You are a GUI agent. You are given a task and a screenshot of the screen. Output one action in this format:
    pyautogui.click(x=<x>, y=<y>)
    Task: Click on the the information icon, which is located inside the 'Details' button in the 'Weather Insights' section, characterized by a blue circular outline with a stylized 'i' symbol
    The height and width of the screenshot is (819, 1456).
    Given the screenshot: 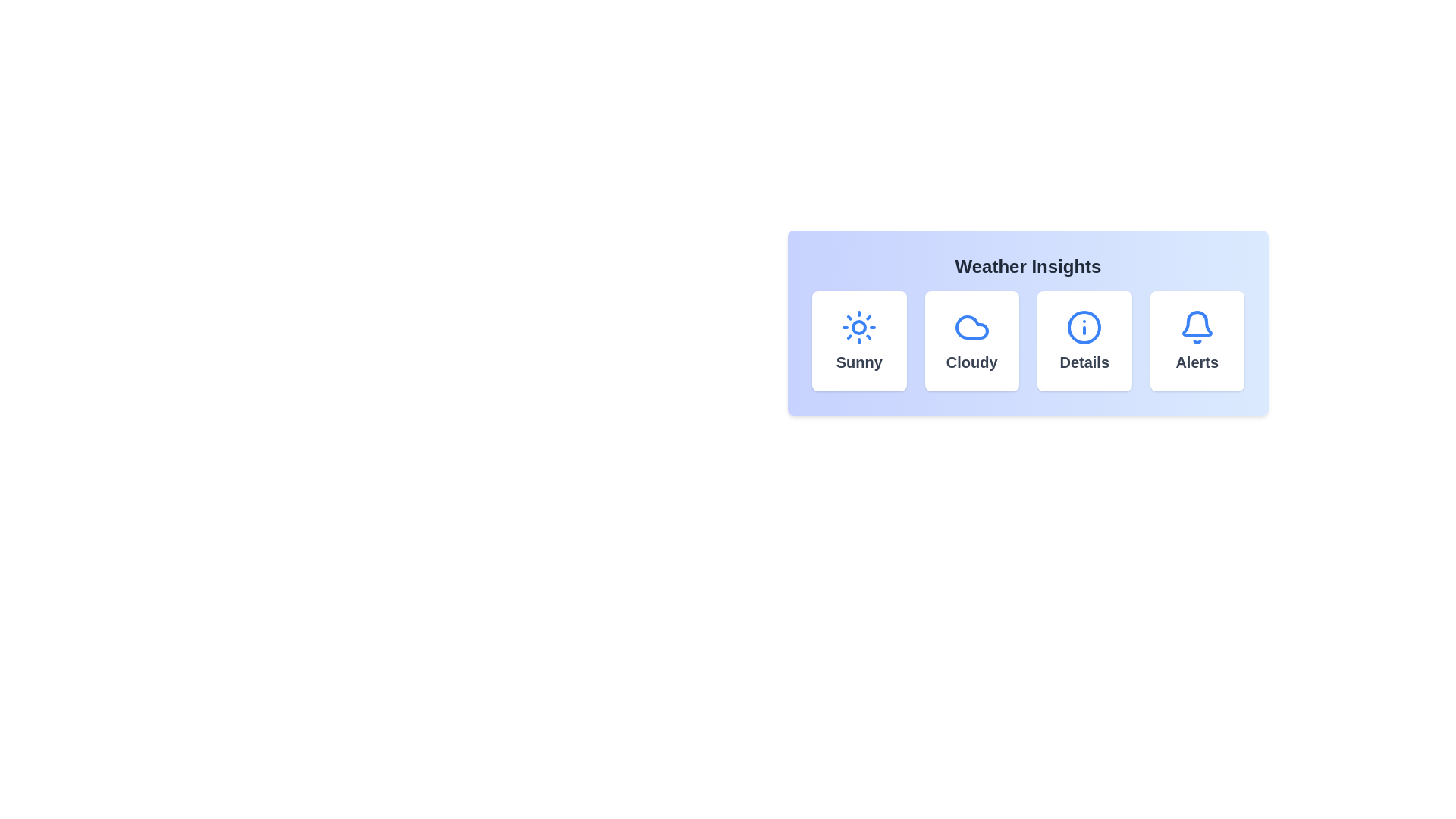 What is the action you would take?
    pyautogui.click(x=1084, y=327)
    